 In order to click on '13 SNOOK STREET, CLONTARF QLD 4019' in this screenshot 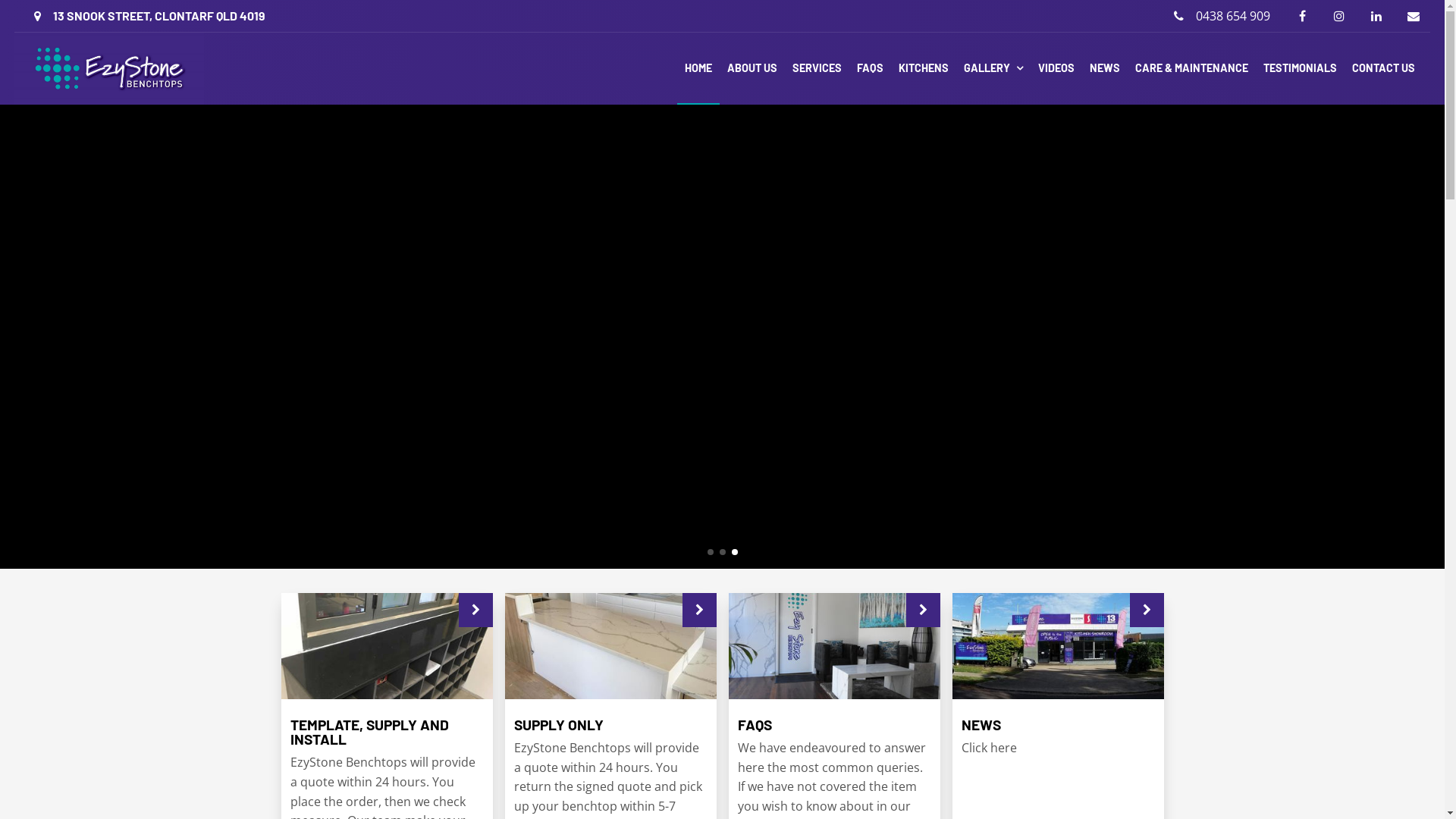, I will do `click(149, 15)`.